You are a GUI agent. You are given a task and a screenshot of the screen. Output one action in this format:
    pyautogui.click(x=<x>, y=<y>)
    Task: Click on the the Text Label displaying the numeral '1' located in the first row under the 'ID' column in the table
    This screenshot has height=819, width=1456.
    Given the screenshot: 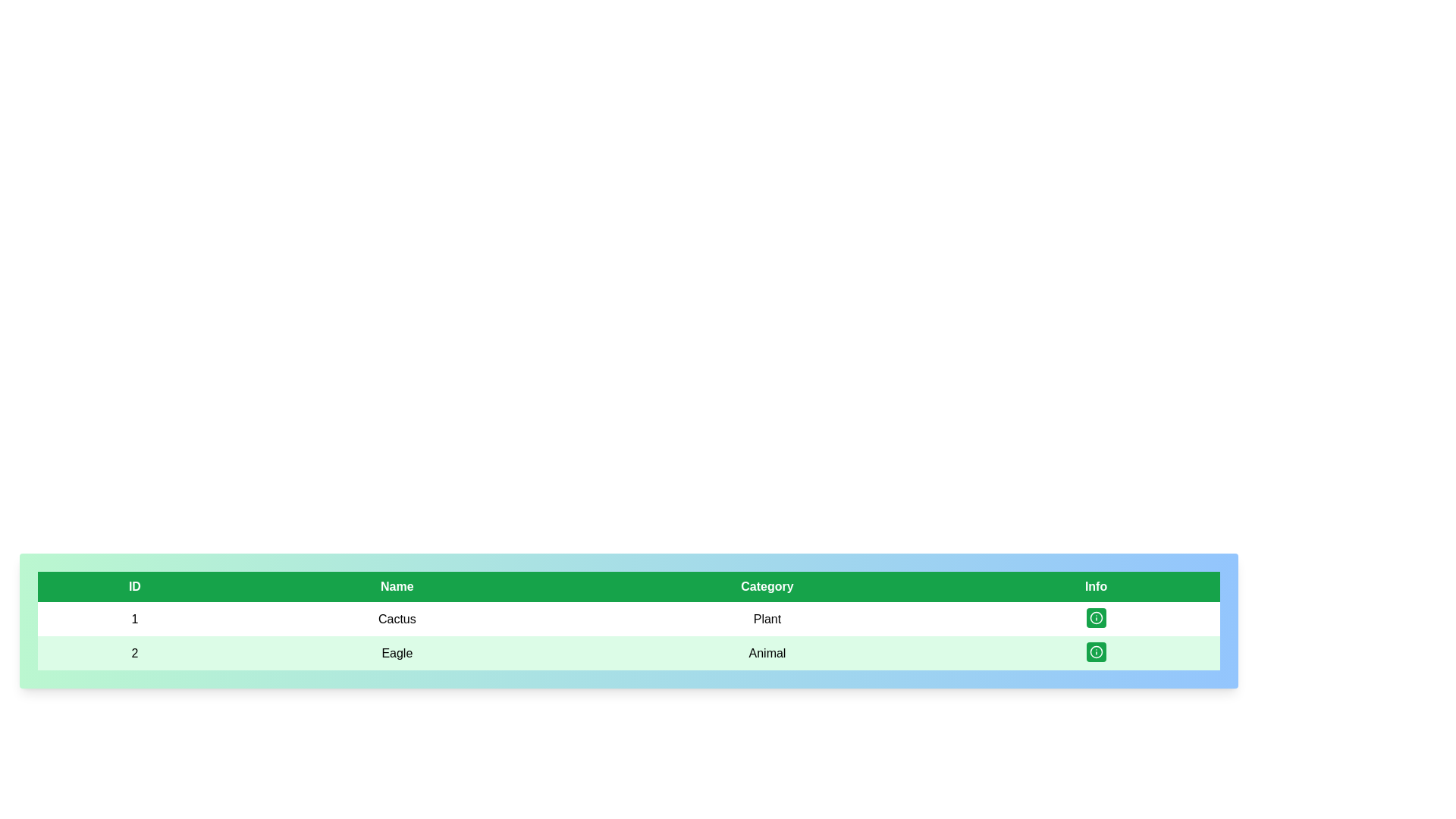 What is the action you would take?
    pyautogui.click(x=134, y=619)
    